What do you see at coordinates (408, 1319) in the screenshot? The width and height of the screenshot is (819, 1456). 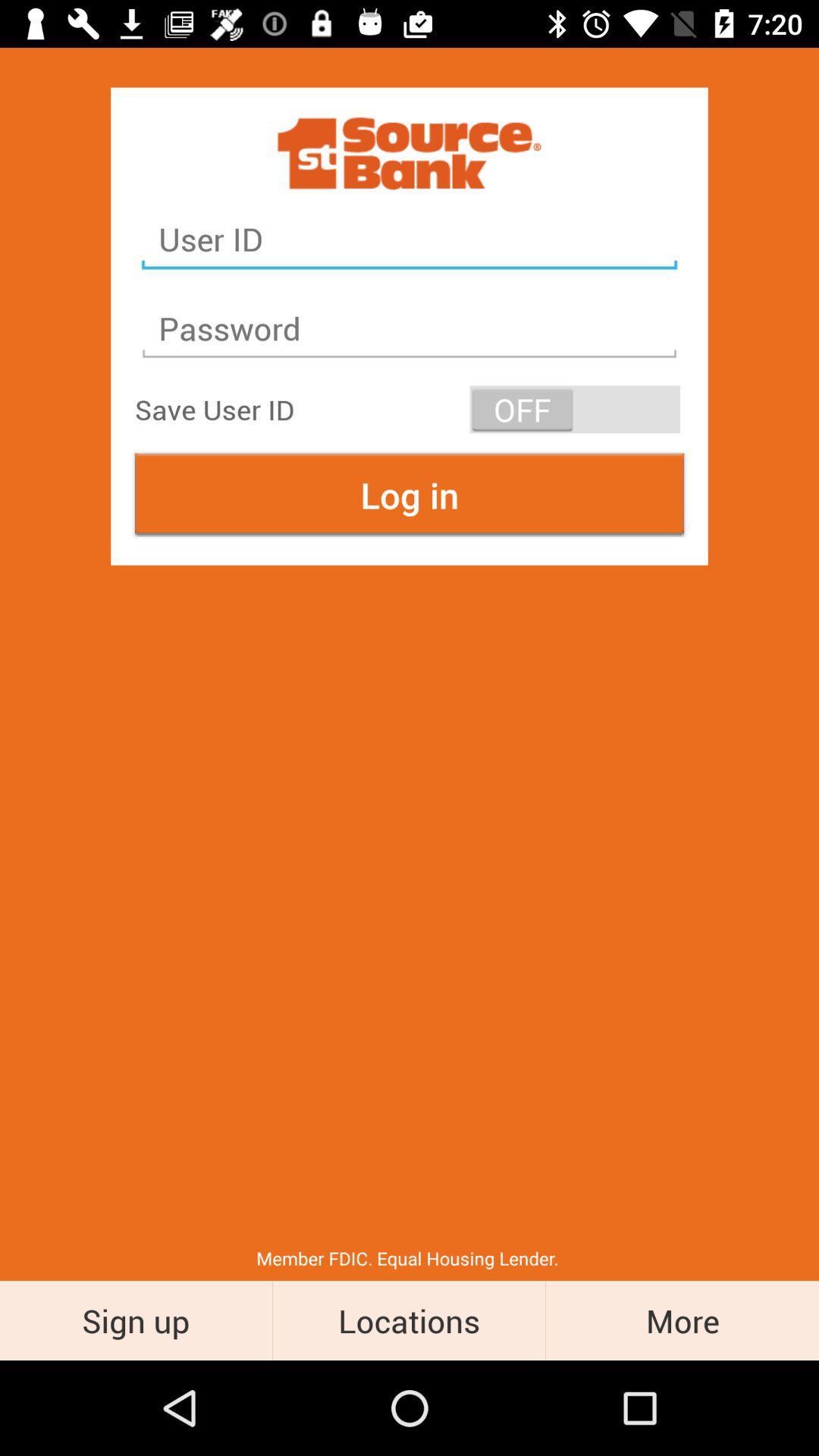 I see `item below member fdic equal icon` at bounding box center [408, 1319].